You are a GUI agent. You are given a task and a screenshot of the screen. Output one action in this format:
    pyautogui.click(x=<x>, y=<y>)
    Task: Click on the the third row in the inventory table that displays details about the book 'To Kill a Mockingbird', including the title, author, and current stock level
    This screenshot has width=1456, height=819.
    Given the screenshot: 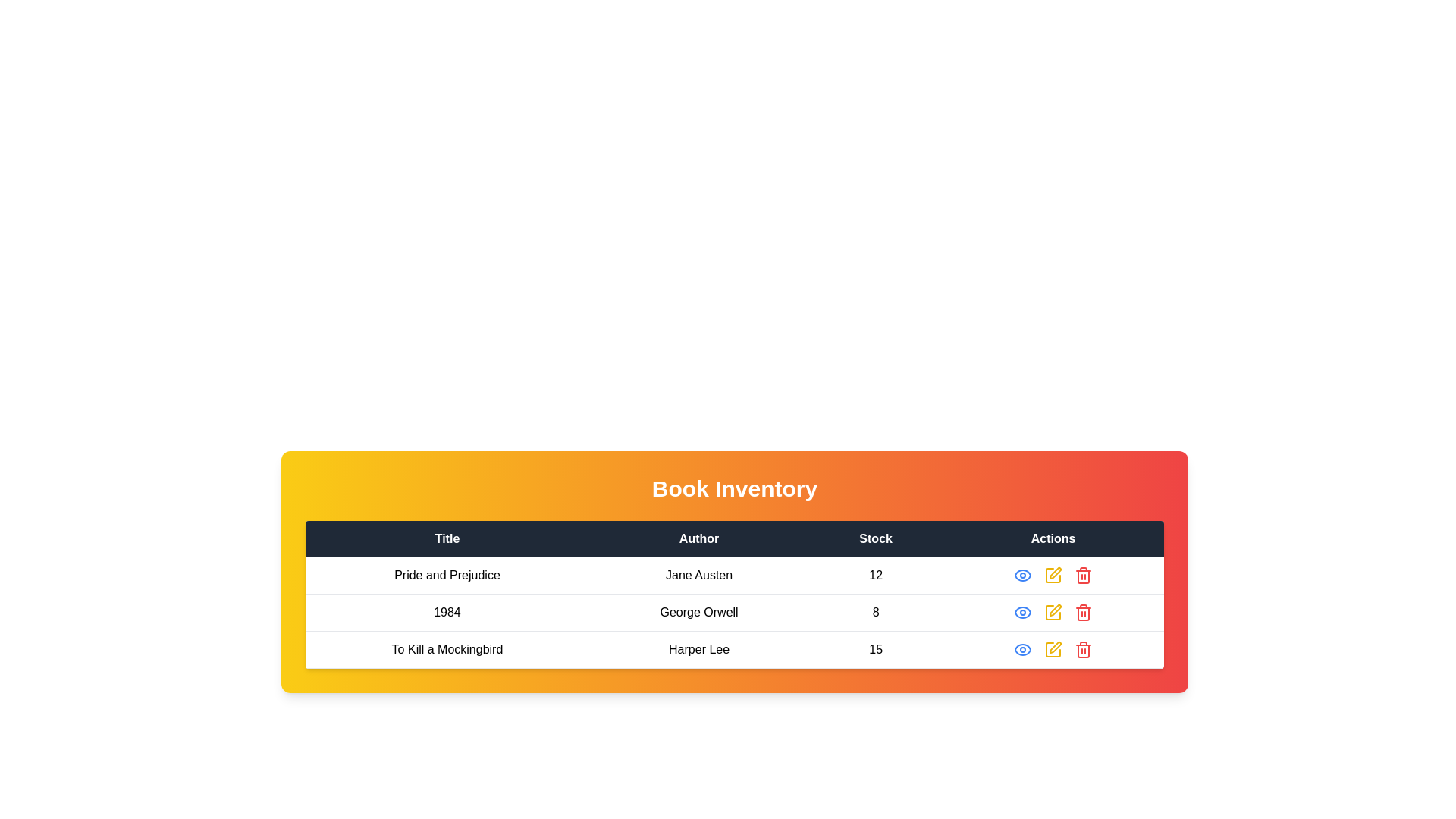 What is the action you would take?
    pyautogui.click(x=735, y=648)
    